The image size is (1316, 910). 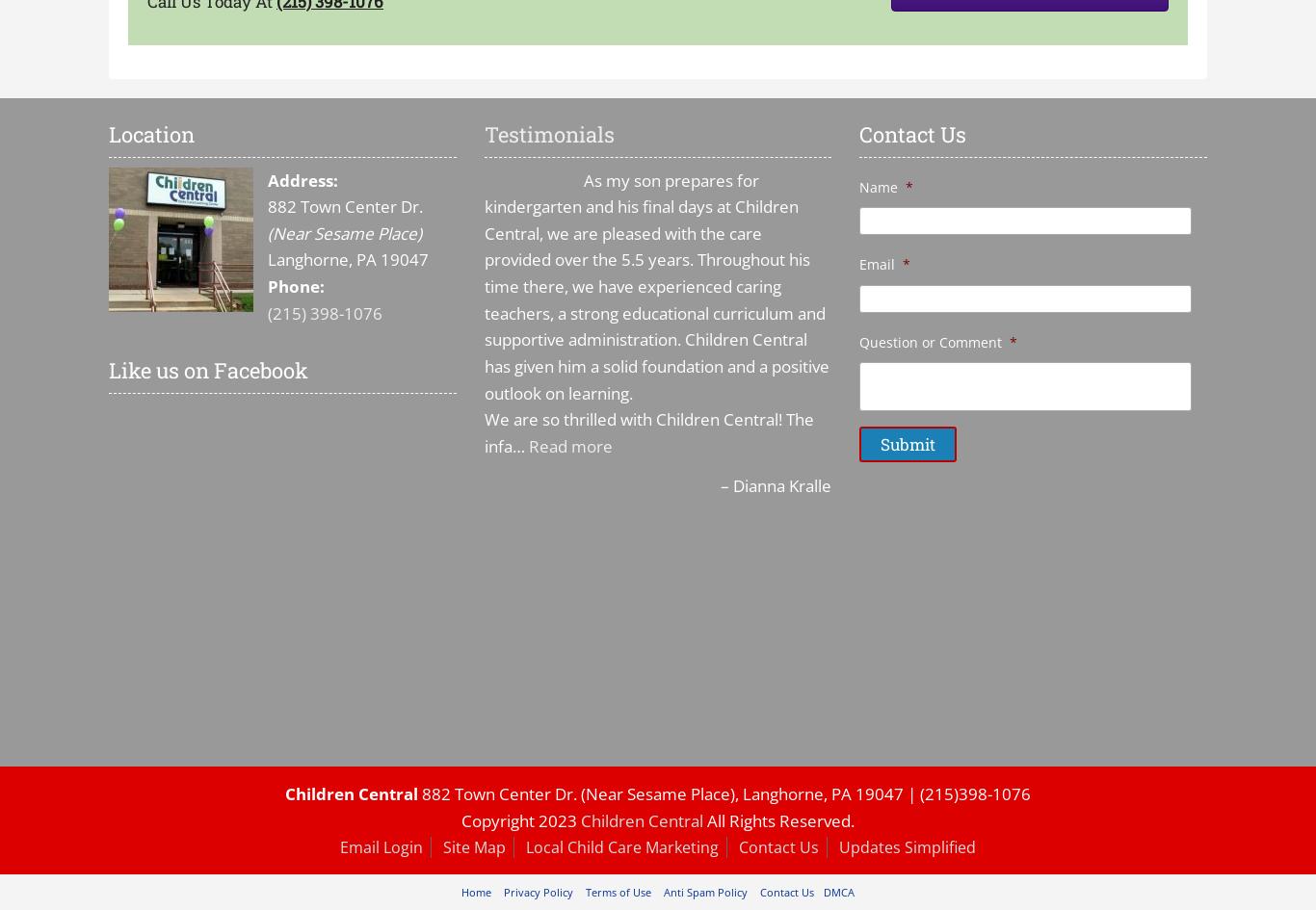 What do you see at coordinates (876, 264) in the screenshot?
I see `'Email'` at bounding box center [876, 264].